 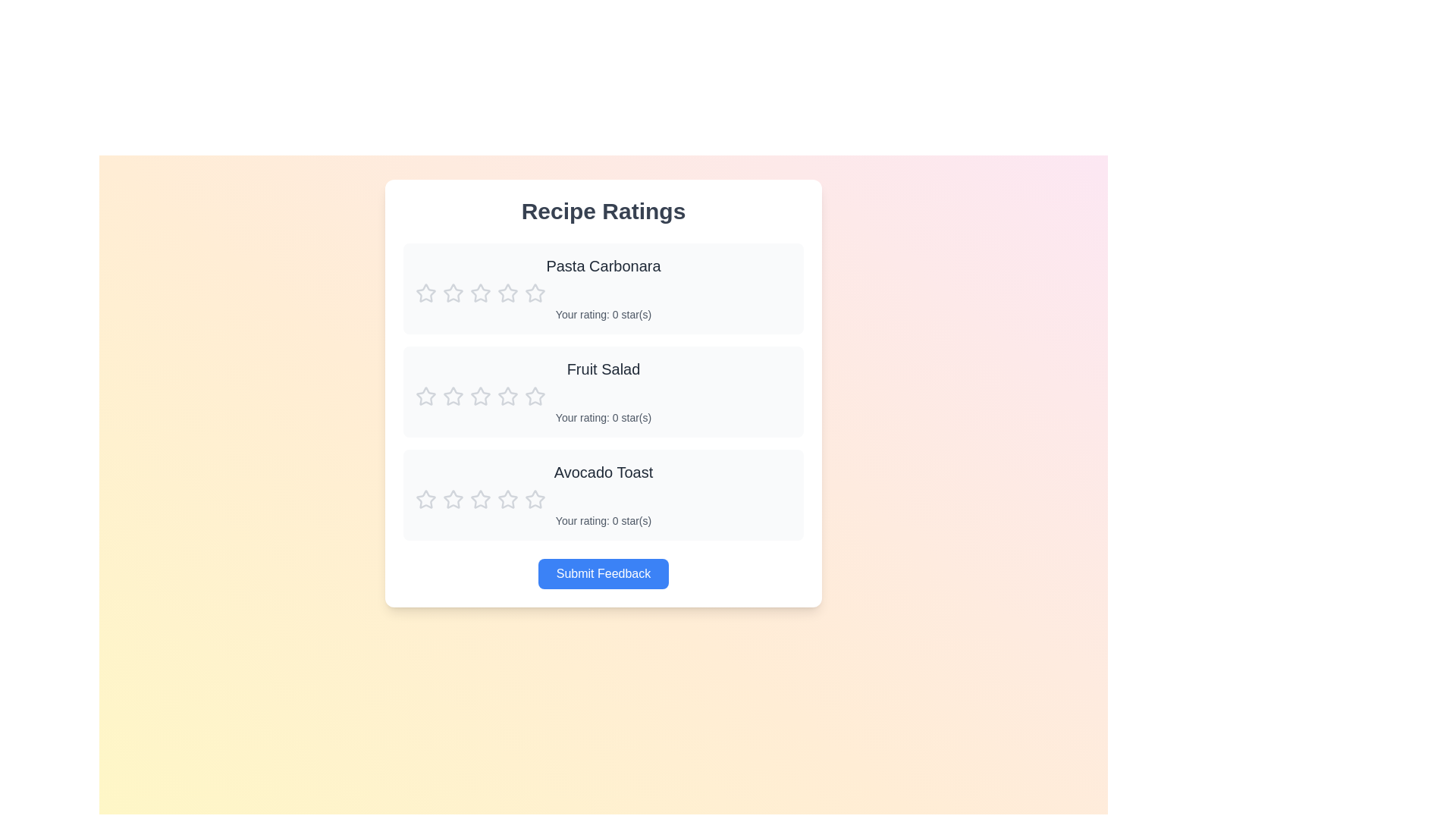 I want to click on the text label indicating the name of the recipe or item being rated, located in the first position of the list of recipe ratings, above the star icons and the caption 'Your rating: 0 star(s).', so click(x=603, y=265).